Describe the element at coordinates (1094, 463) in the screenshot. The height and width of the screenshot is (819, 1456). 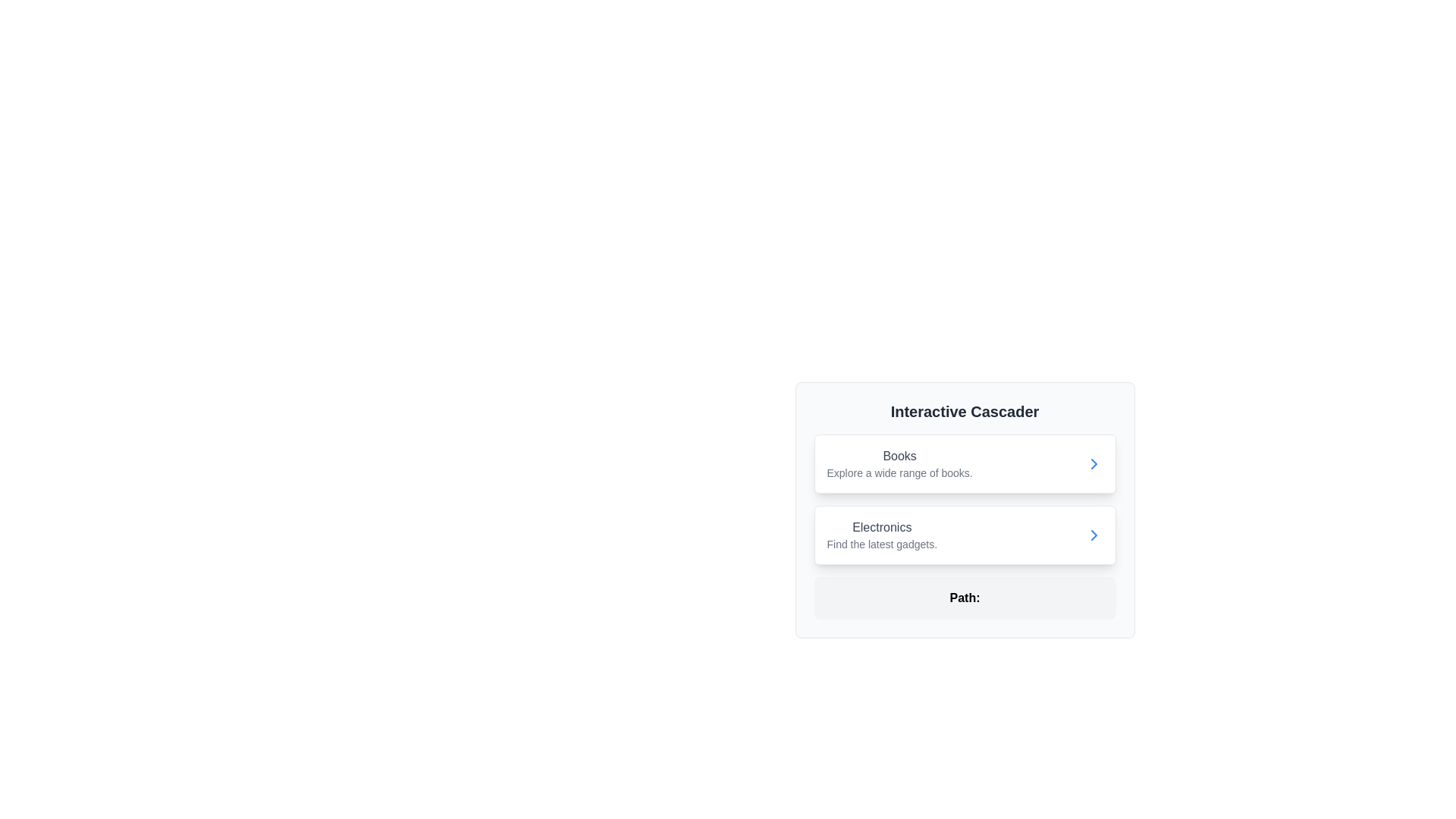
I see `the chevron arrow icon located at the rightmost edge of the 'Books' card to view related content` at that location.